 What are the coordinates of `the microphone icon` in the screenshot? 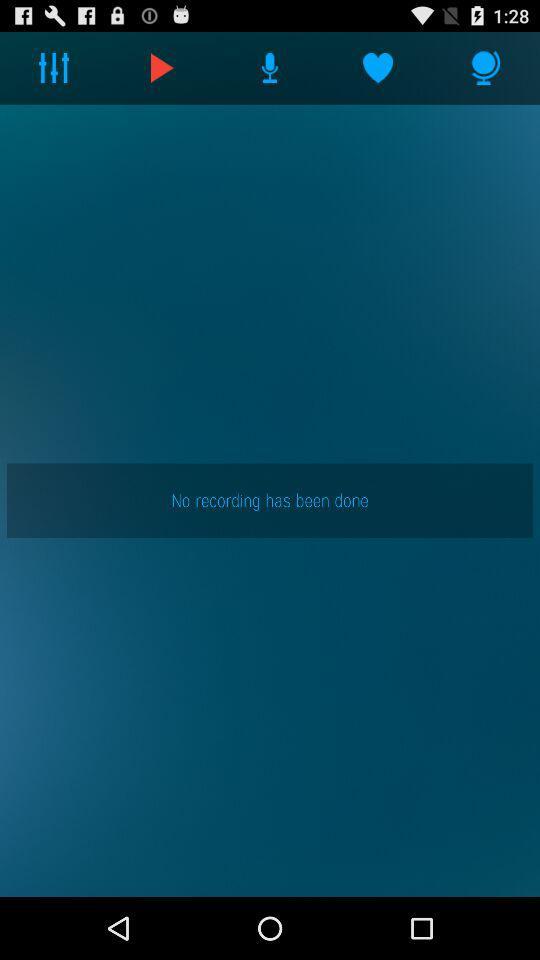 It's located at (485, 72).